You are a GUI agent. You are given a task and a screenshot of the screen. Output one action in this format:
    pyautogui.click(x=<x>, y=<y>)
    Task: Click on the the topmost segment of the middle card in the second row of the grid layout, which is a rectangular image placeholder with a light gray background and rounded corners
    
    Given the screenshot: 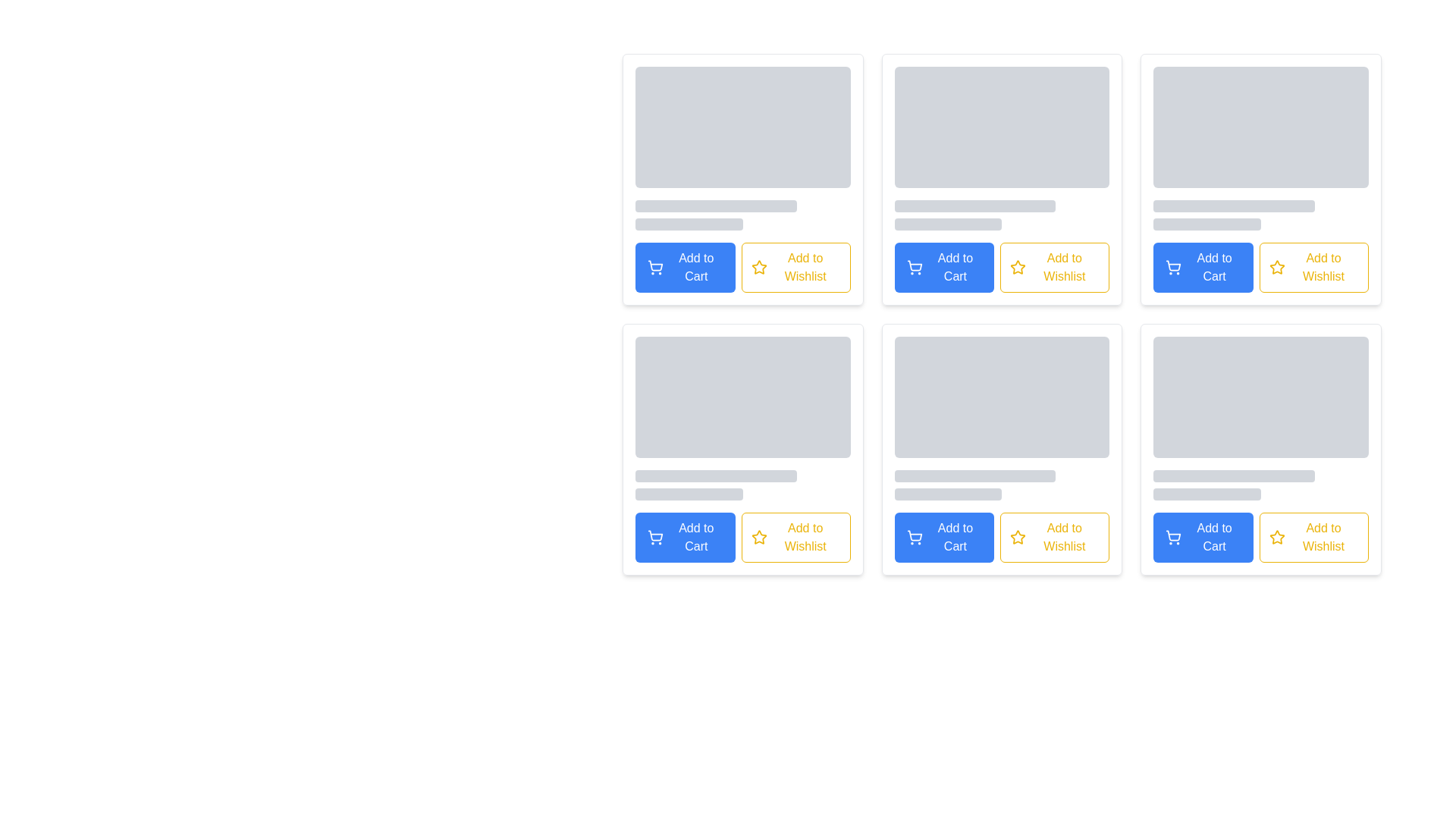 What is the action you would take?
    pyautogui.click(x=1002, y=397)
    